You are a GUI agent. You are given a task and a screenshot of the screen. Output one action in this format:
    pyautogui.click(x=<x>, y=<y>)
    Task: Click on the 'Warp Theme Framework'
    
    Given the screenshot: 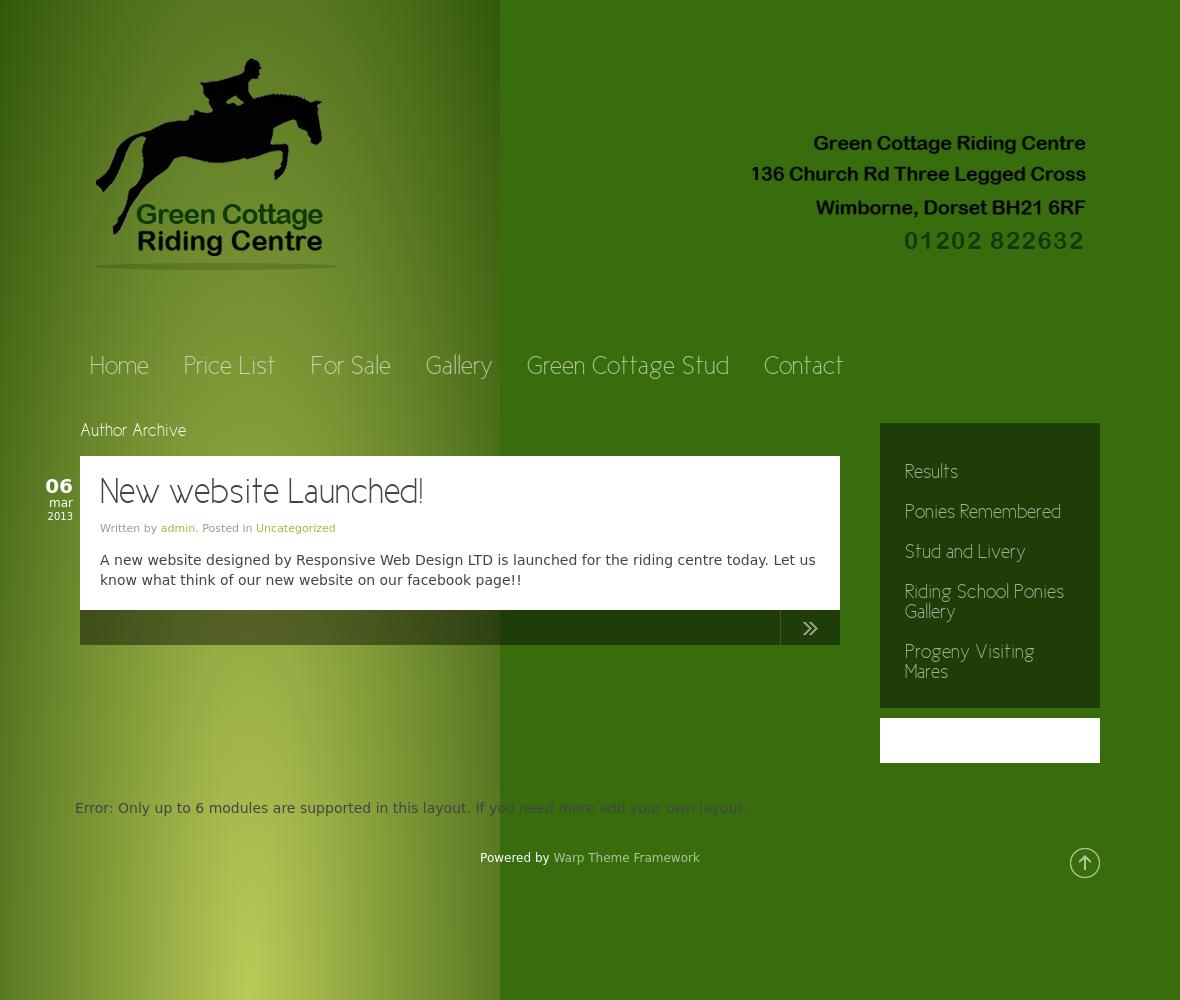 What is the action you would take?
    pyautogui.click(x=552, y=857)
    